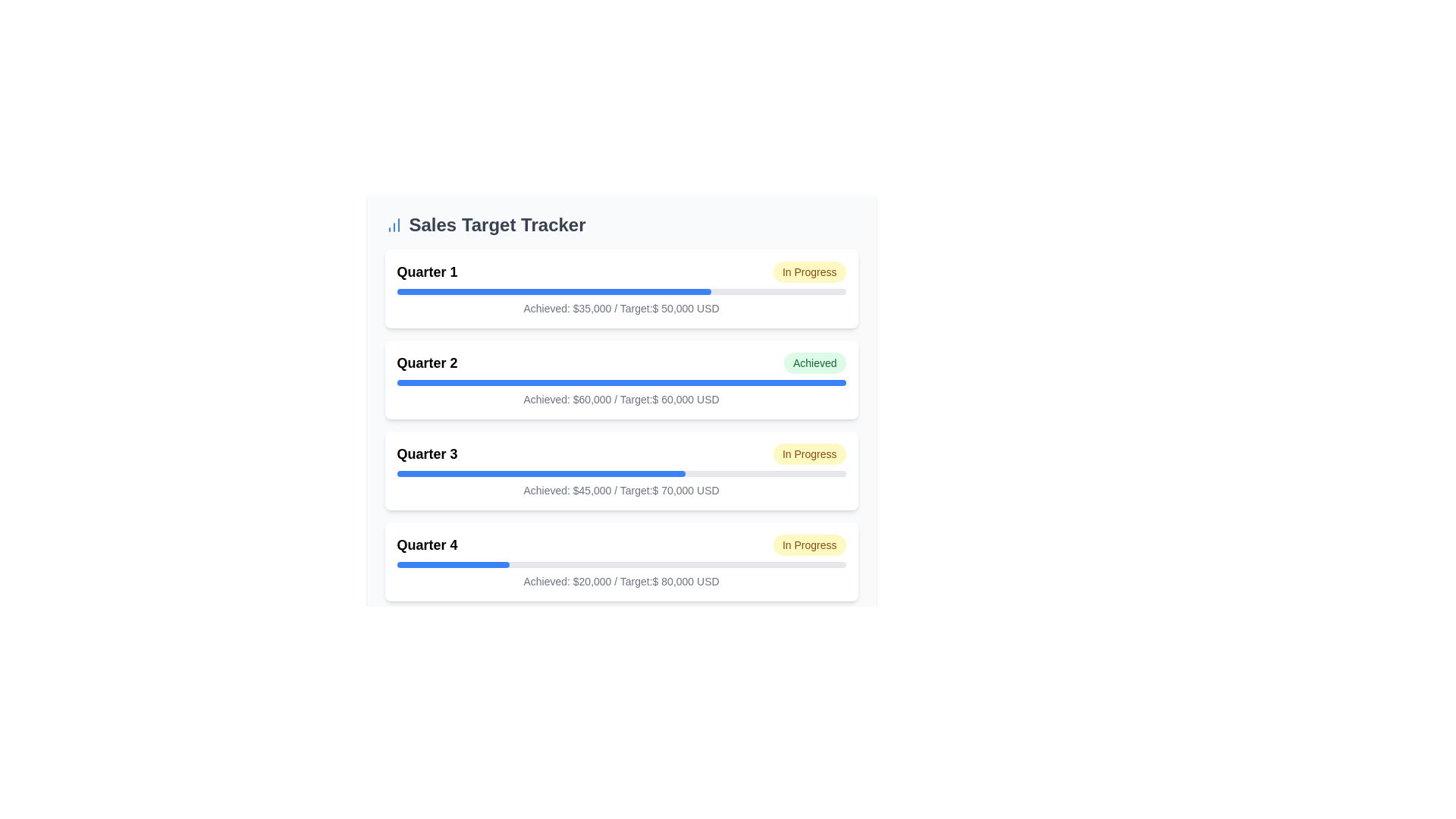  Describe the element at coordinates (621, 561) in the screenshot. I see `the progress card that displays the goal achievement for the specific quarter, positioned as the fourth entry in a vertical list of cards, located at the bottom and adjacent to the 'Quarter 3' card` at that location.